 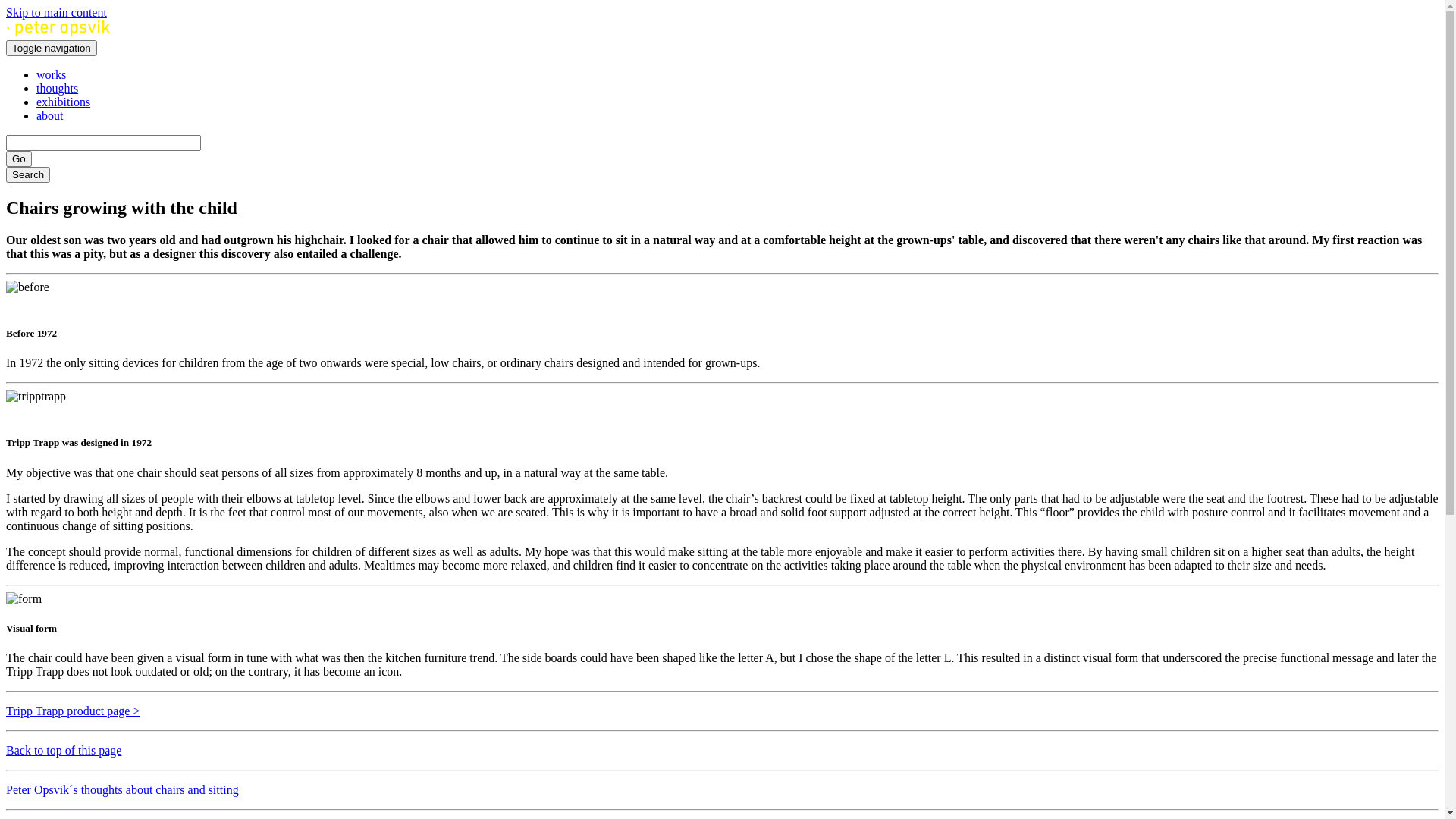 I want to click on 'Skip to main content', so click(x=56, y=12).